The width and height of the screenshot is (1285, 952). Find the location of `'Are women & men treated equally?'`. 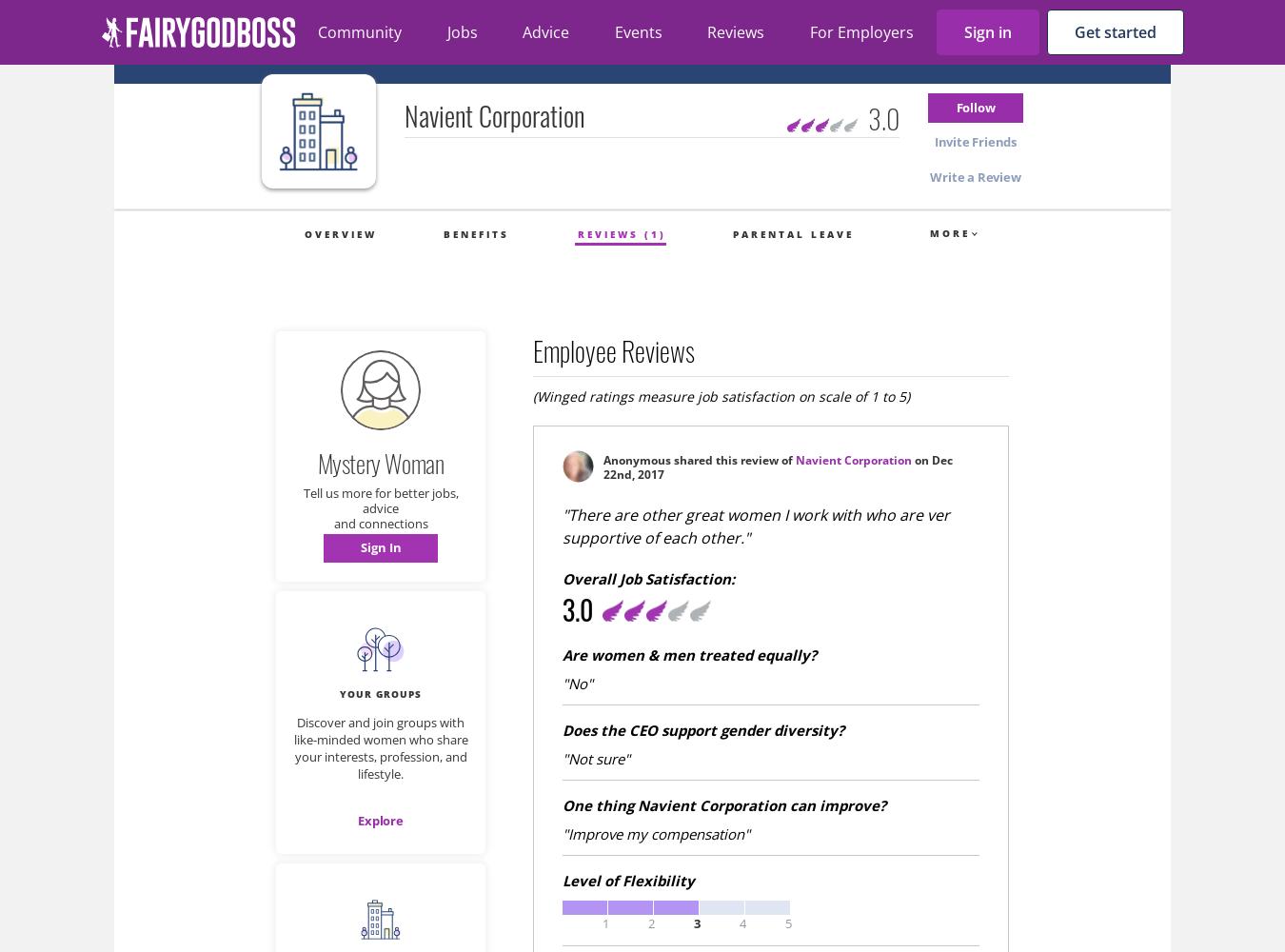

'Are women & men treated equally?' is located at coordinates (688, 654).